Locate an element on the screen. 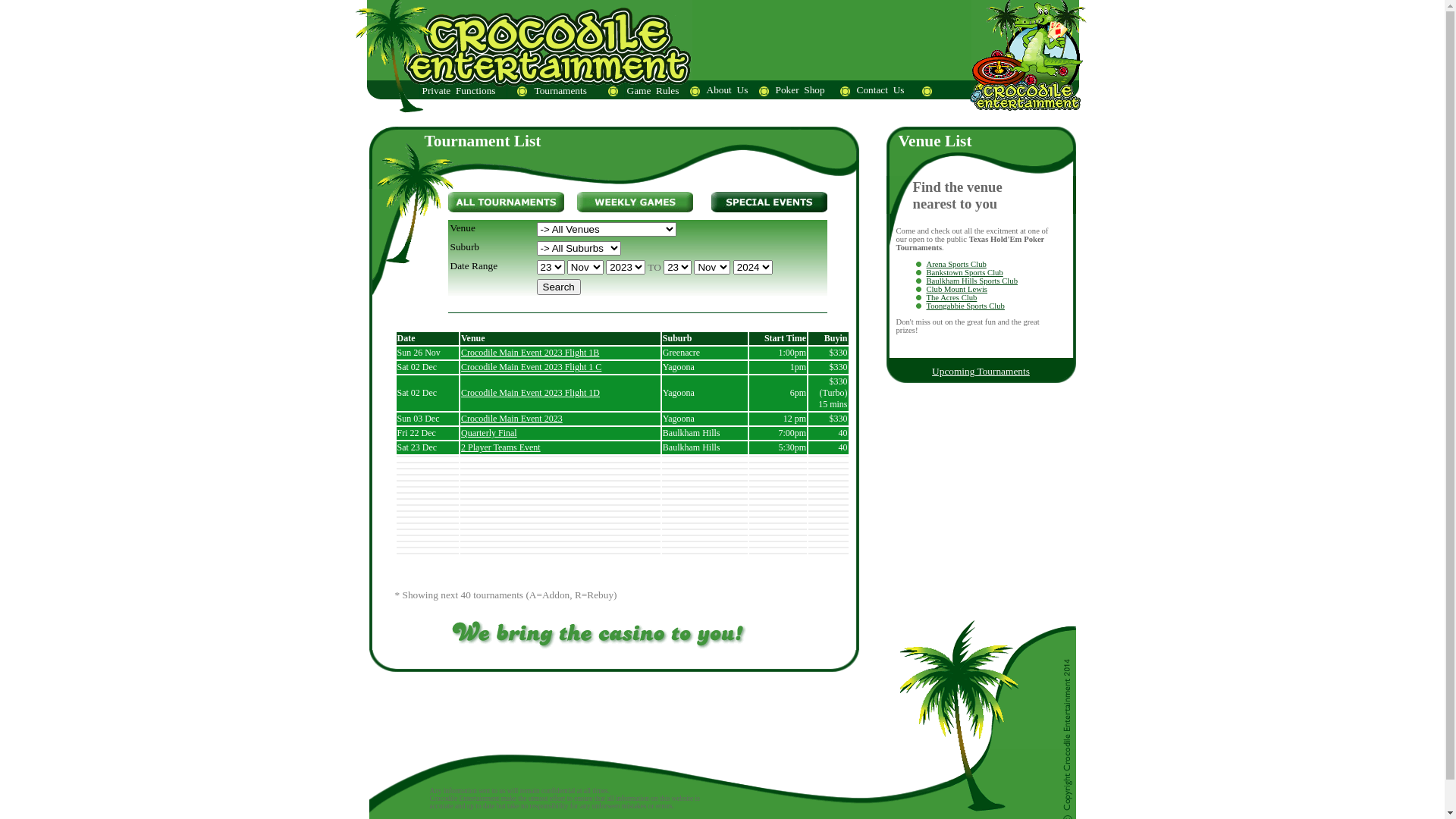  'Search' is located at coordinates (558, 287).